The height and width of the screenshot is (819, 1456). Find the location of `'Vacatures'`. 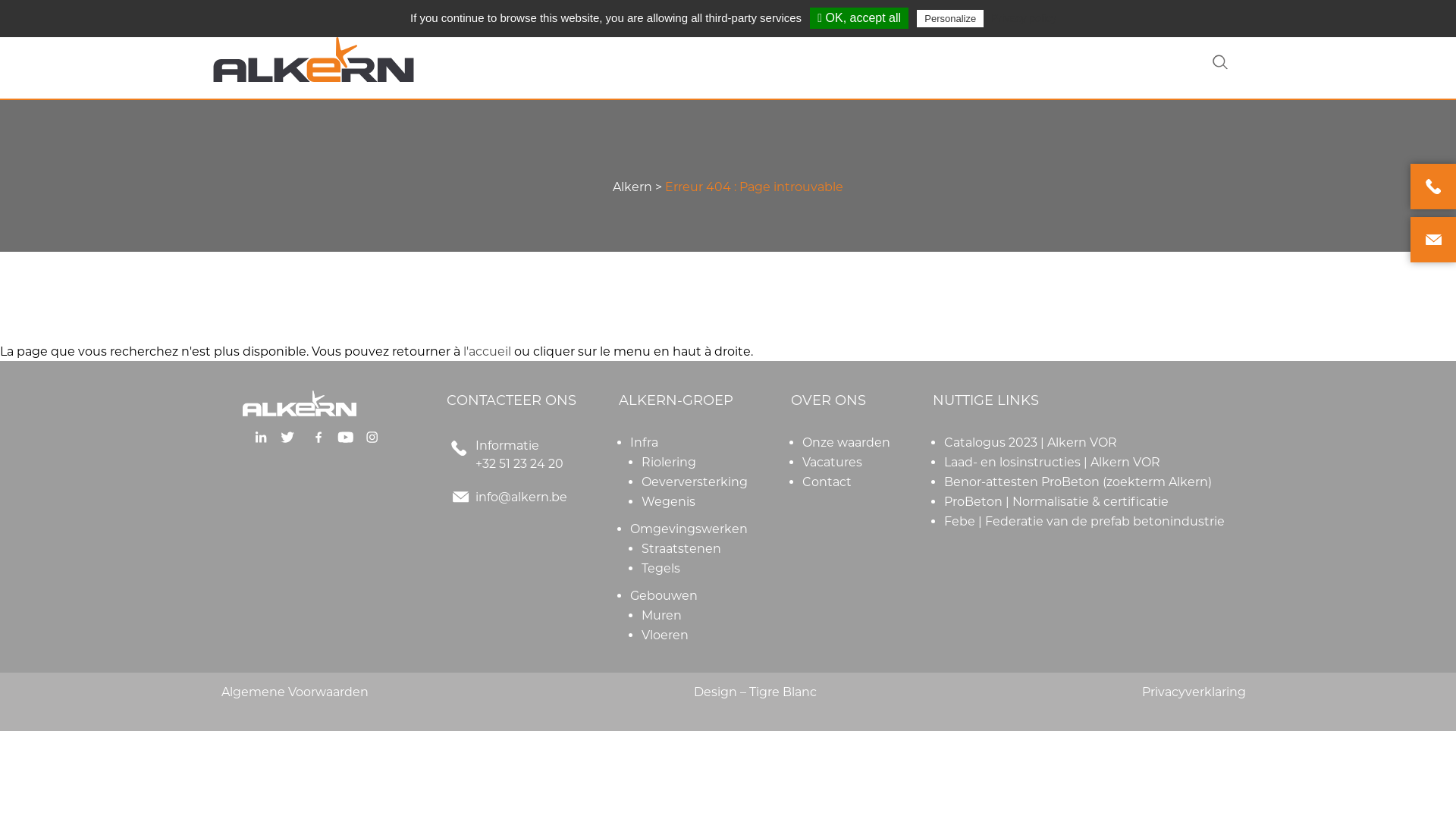

'Vacatures' is located at coordinates (831, 461).